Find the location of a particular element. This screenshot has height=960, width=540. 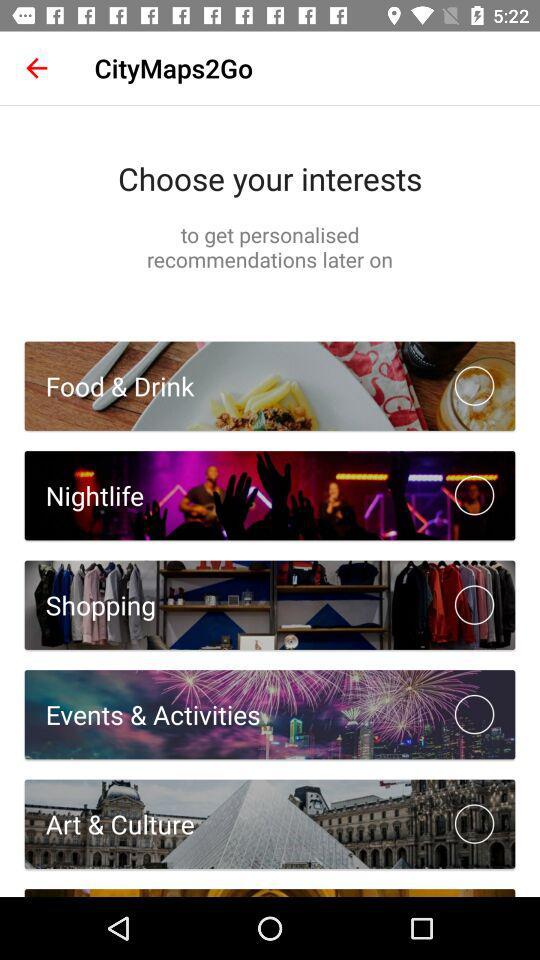

to get personalised item is located at coordinates (270, 246).